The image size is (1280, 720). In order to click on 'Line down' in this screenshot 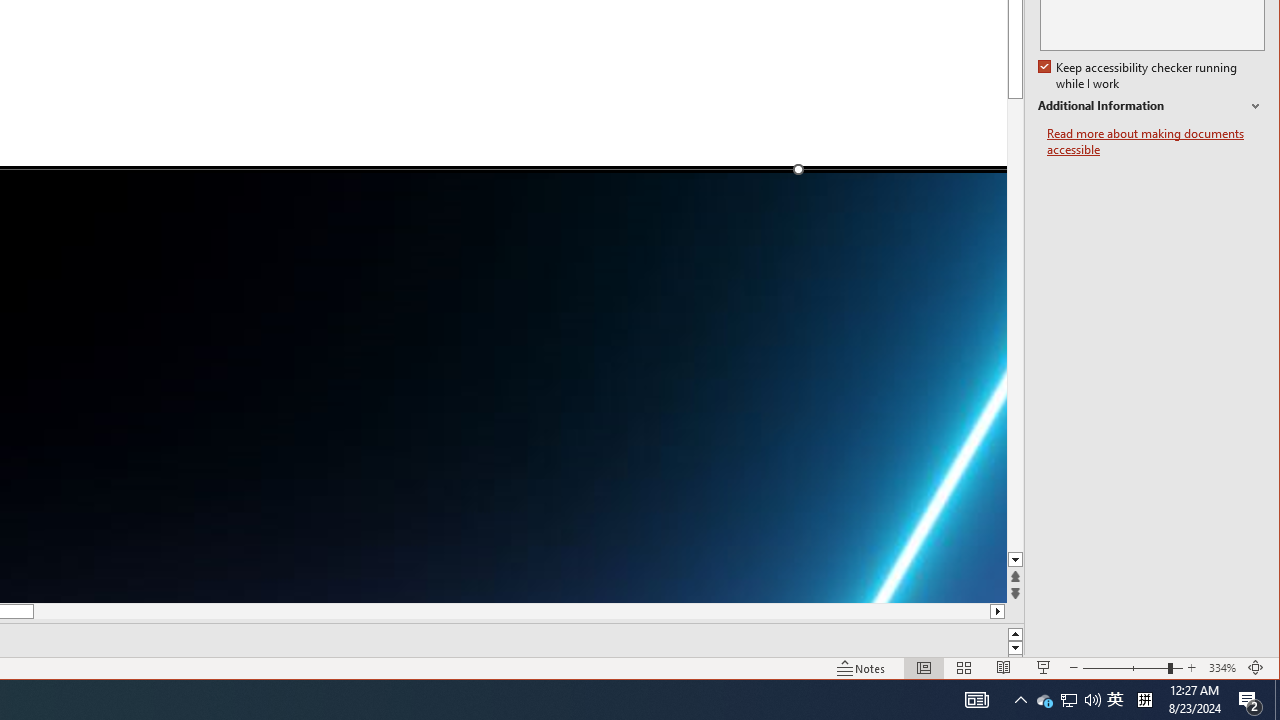, I will do `click(1015, 560)`.